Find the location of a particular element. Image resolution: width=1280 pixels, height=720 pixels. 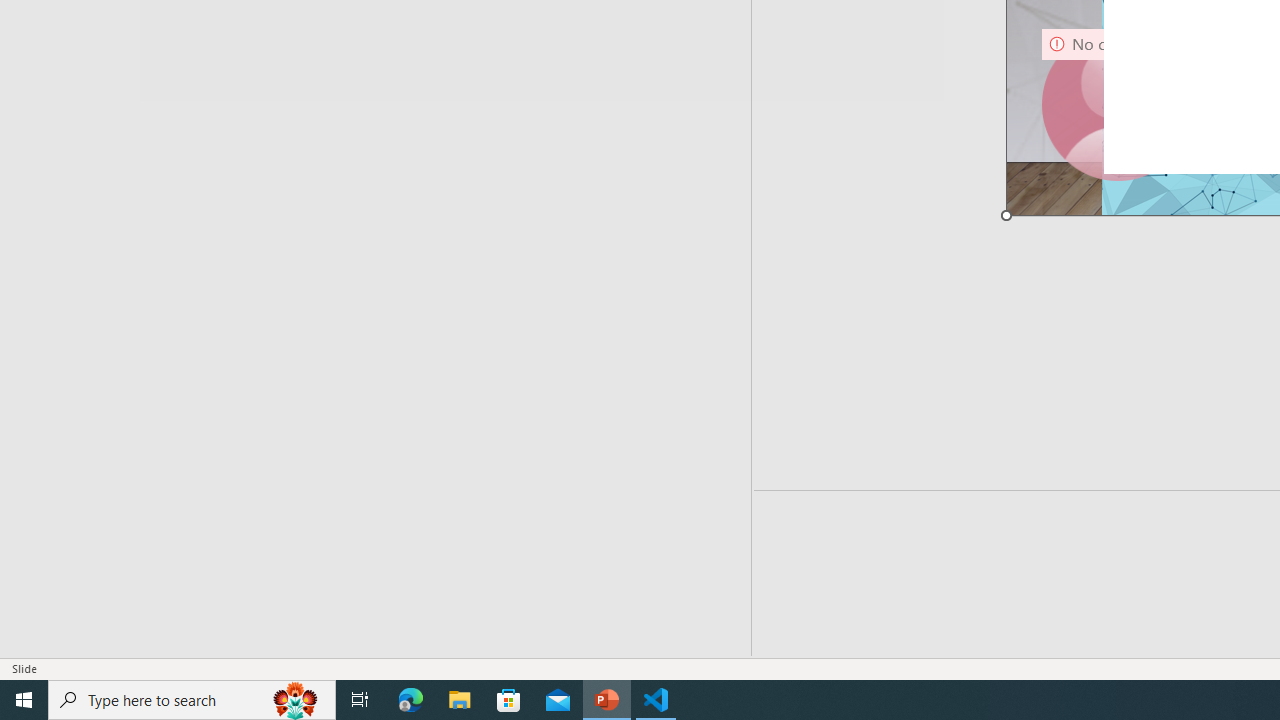

'Camera 9, No camera detected.' is located at coordinates (1116, 104).